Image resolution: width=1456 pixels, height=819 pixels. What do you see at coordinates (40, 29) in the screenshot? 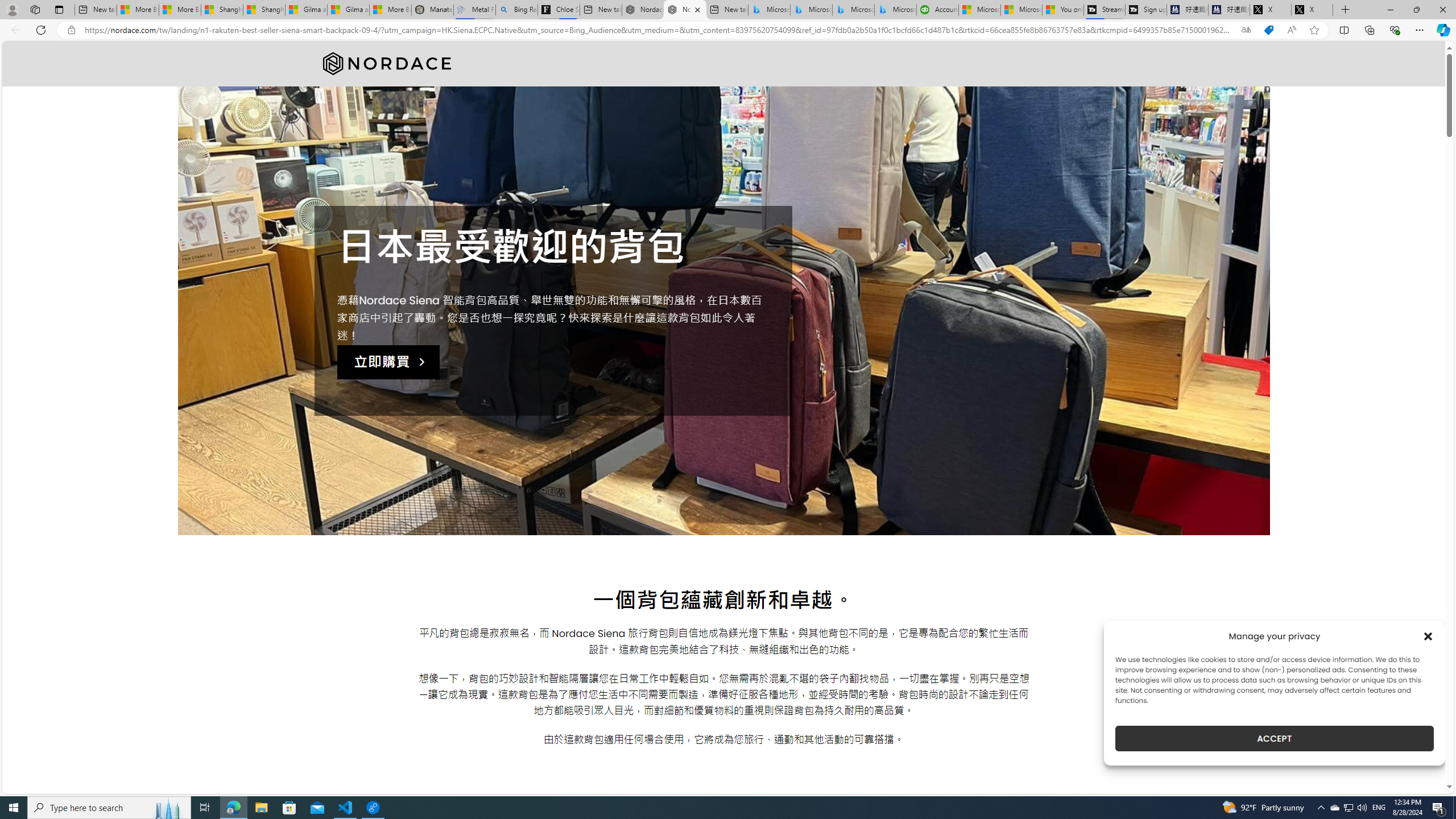
I see `'Refresh'` at bounding box center [40, 29].